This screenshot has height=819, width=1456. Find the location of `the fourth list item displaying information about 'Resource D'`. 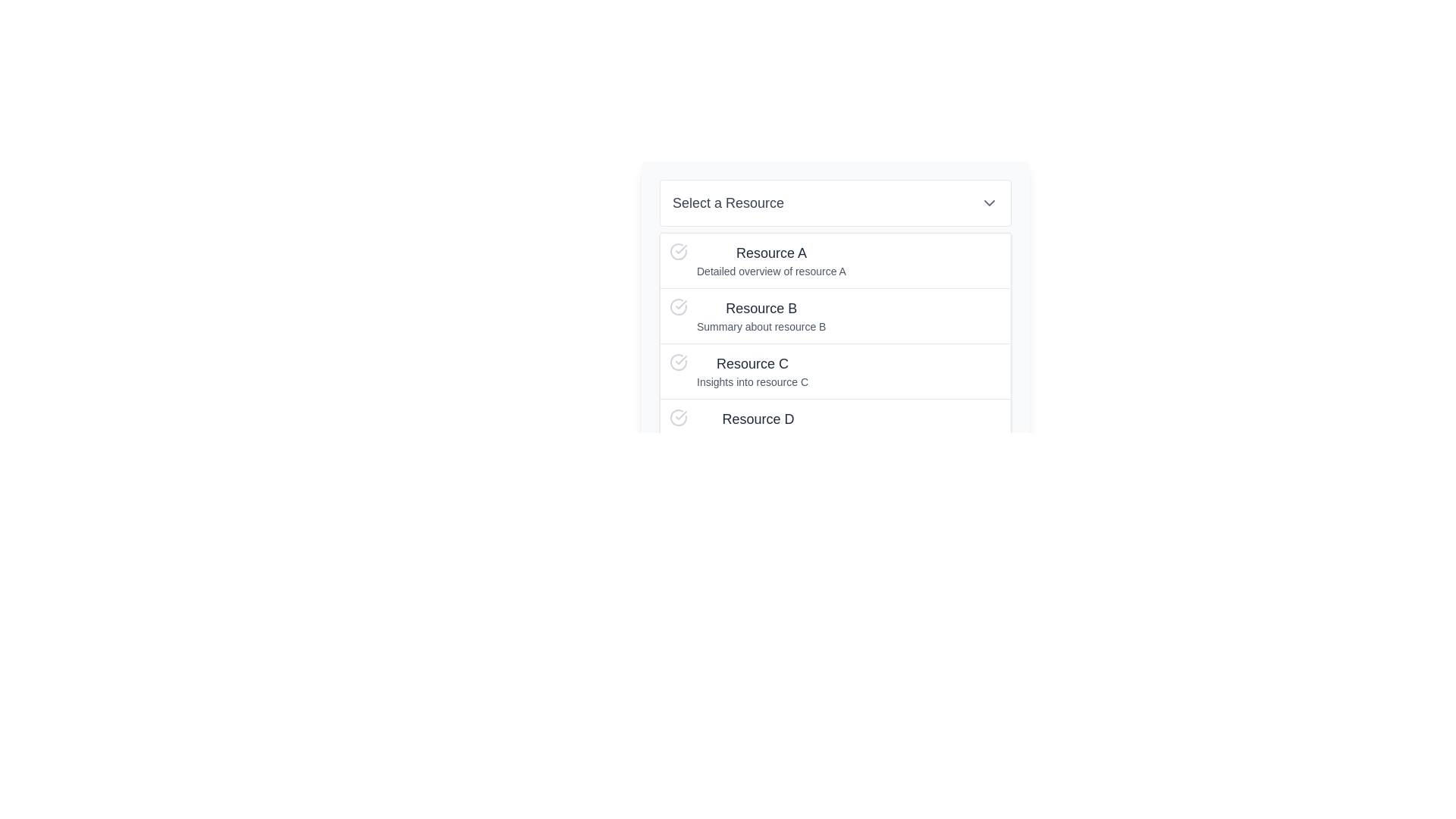

the fourth list item displaying information about 'Resource D' is located at coordinates (835, 426).